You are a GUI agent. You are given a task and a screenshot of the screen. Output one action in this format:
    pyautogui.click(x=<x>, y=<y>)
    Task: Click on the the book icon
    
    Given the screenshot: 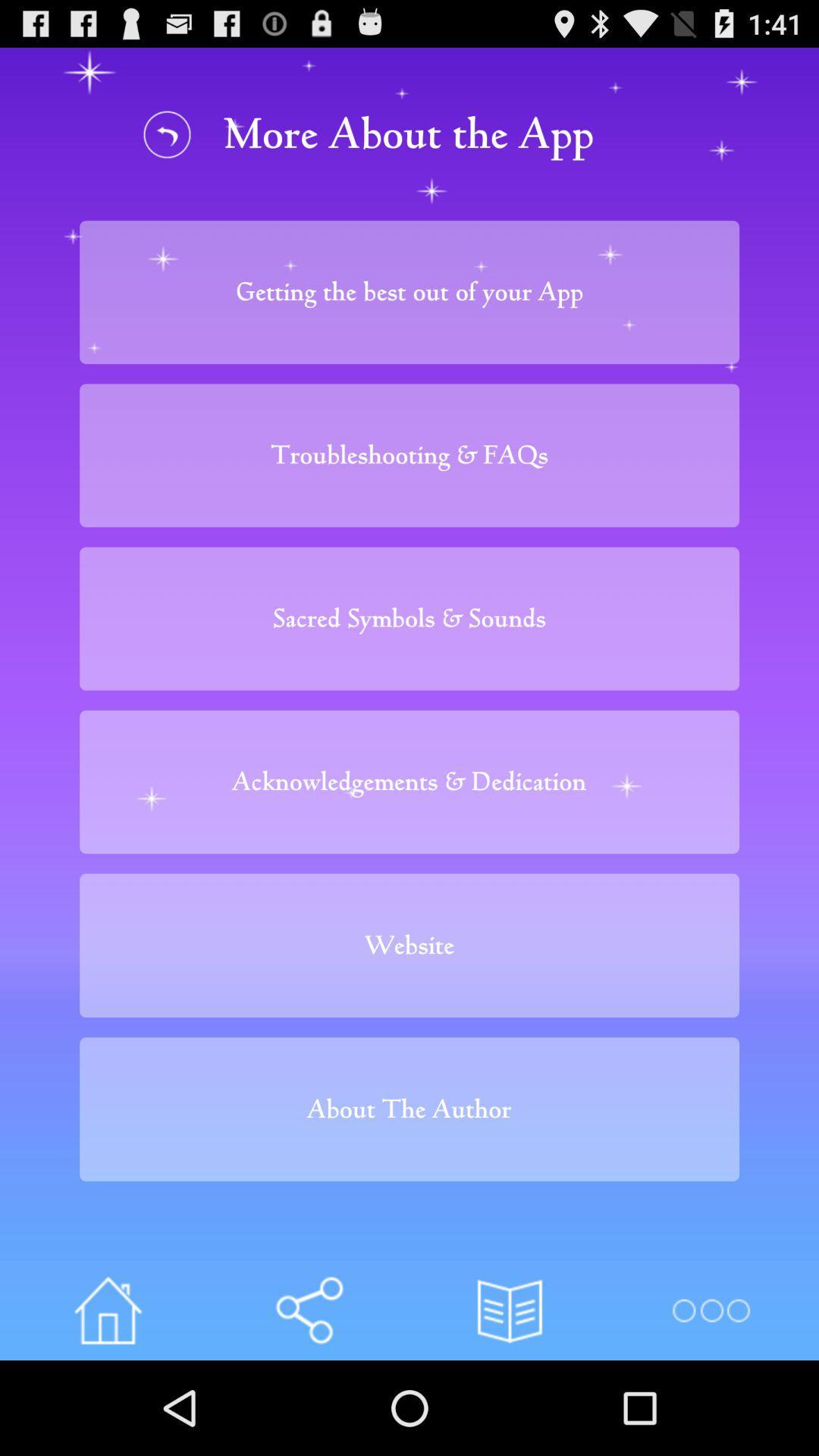 What is the action you would take?
    pyautogui.click(x=510, y=1401)
    